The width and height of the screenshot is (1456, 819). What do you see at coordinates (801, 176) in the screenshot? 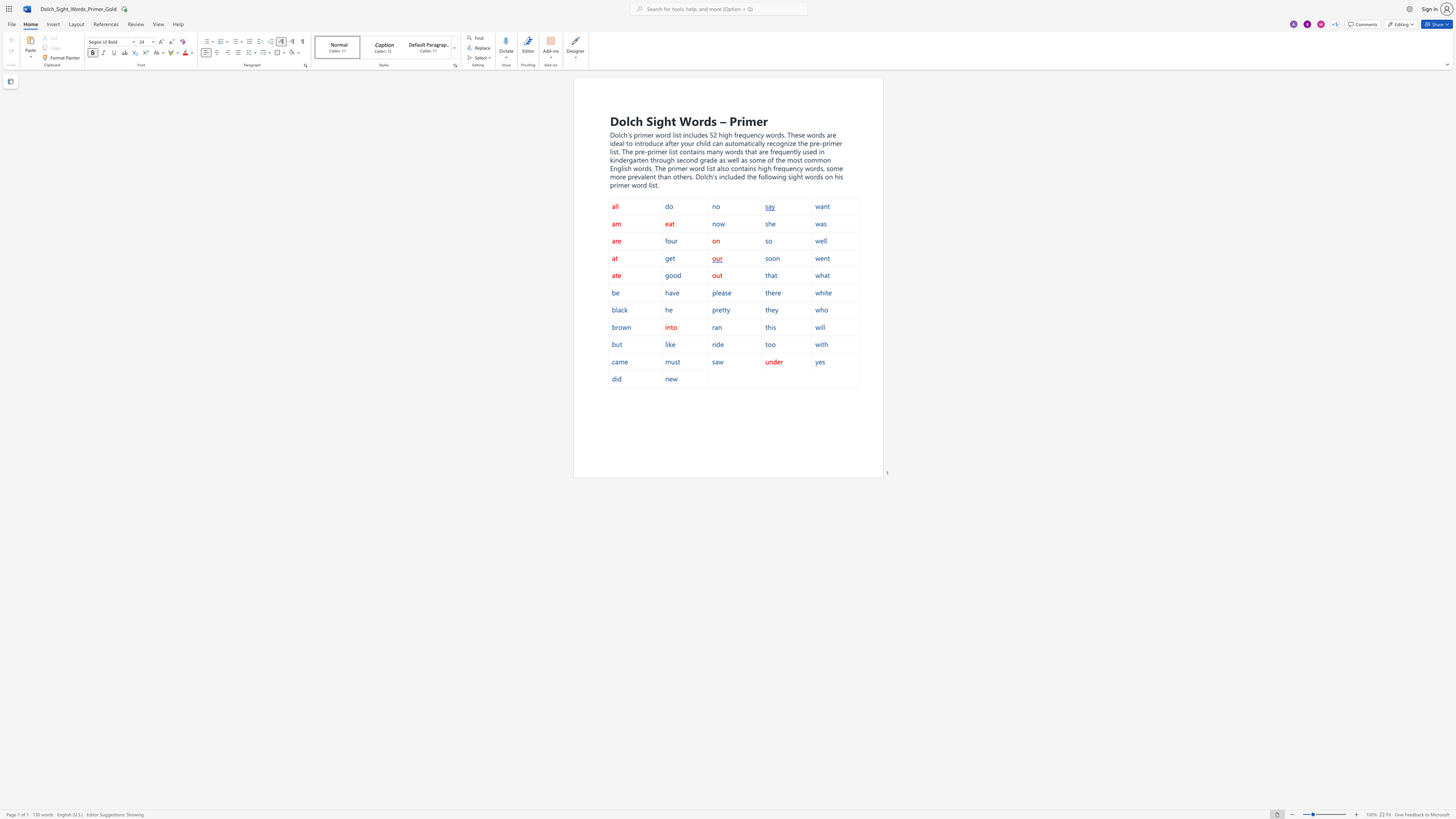
I see `the 5th character "t" in the text` at bounding box center [801, 176].